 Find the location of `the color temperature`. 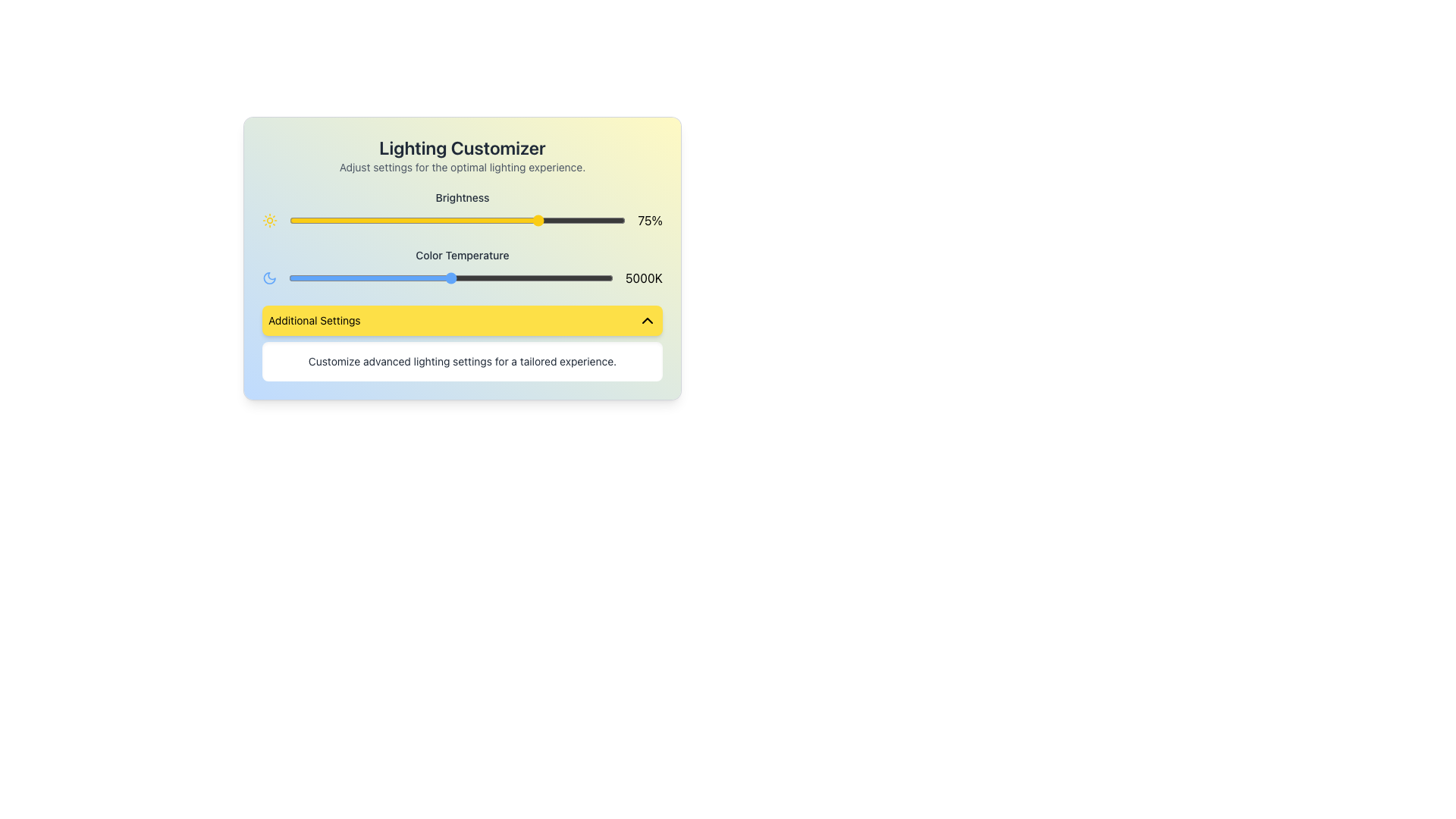

the color temperature is located at coordinates (570, 278).